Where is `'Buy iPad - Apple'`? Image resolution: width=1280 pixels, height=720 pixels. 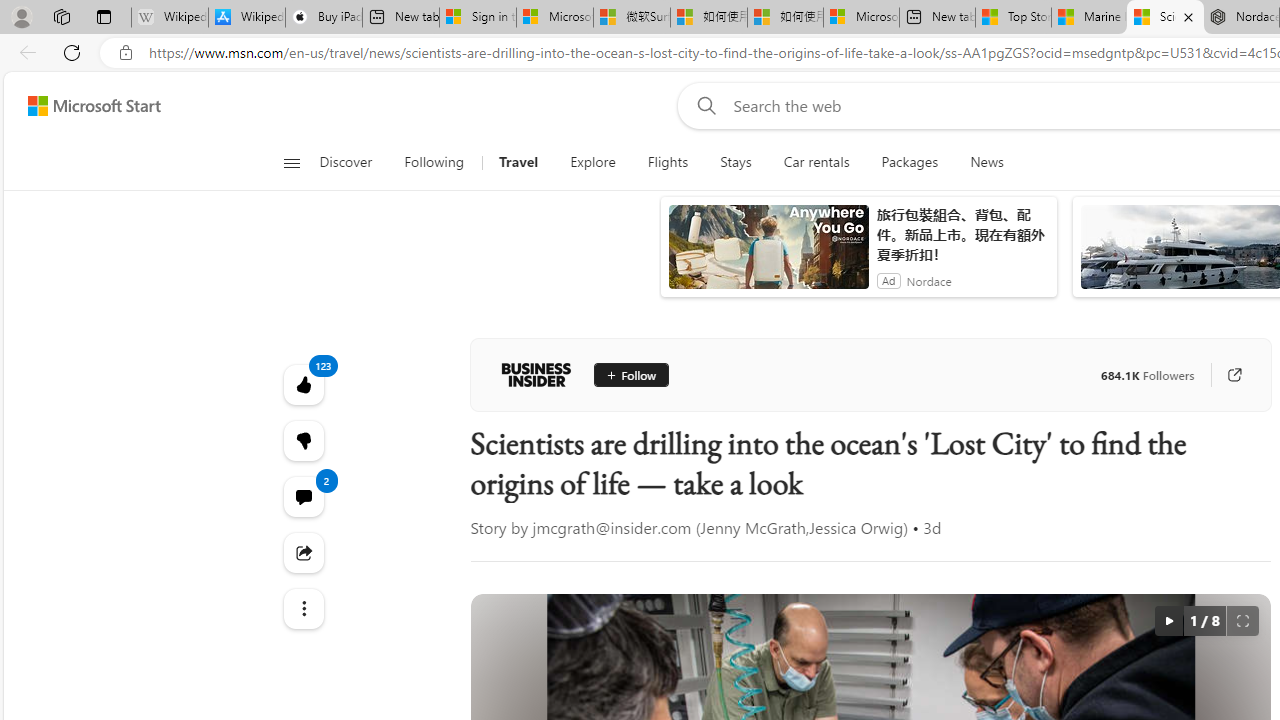
'Buy iPad - Apple' is located at coordinates (323, 17).